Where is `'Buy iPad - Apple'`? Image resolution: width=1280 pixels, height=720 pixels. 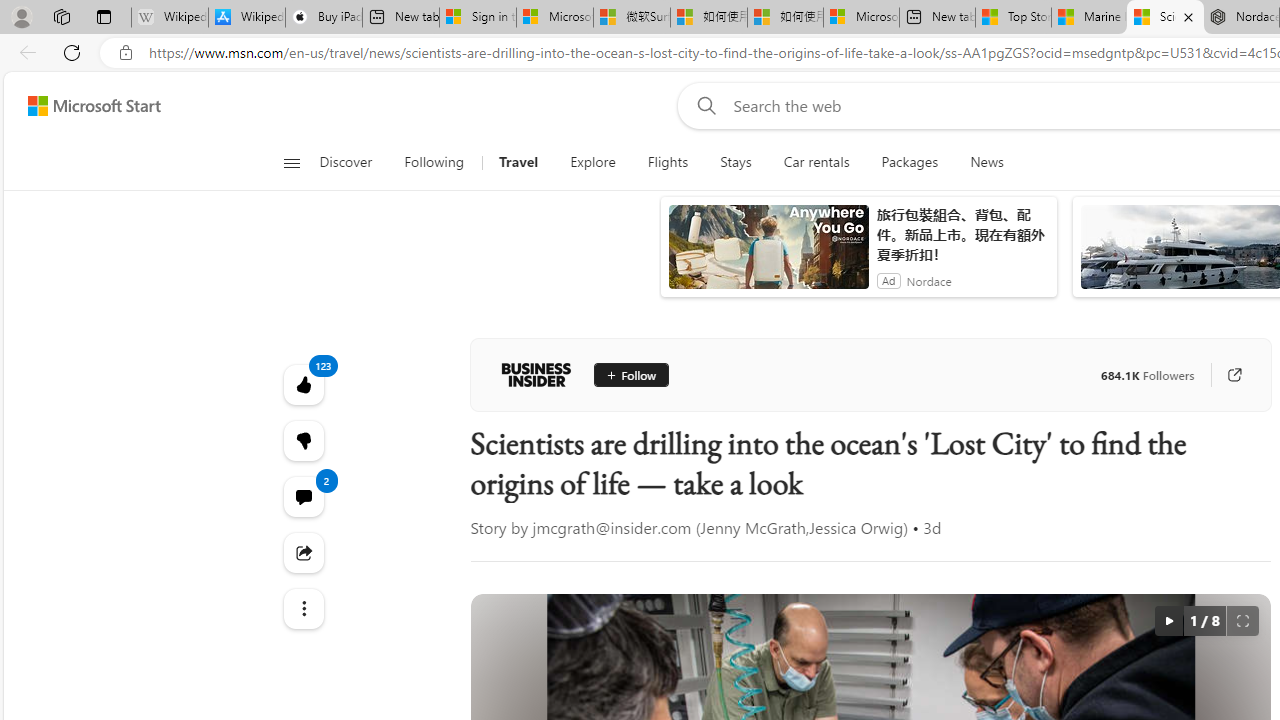
'Buy iPad - Apple' is located at coordinates (323, 17).